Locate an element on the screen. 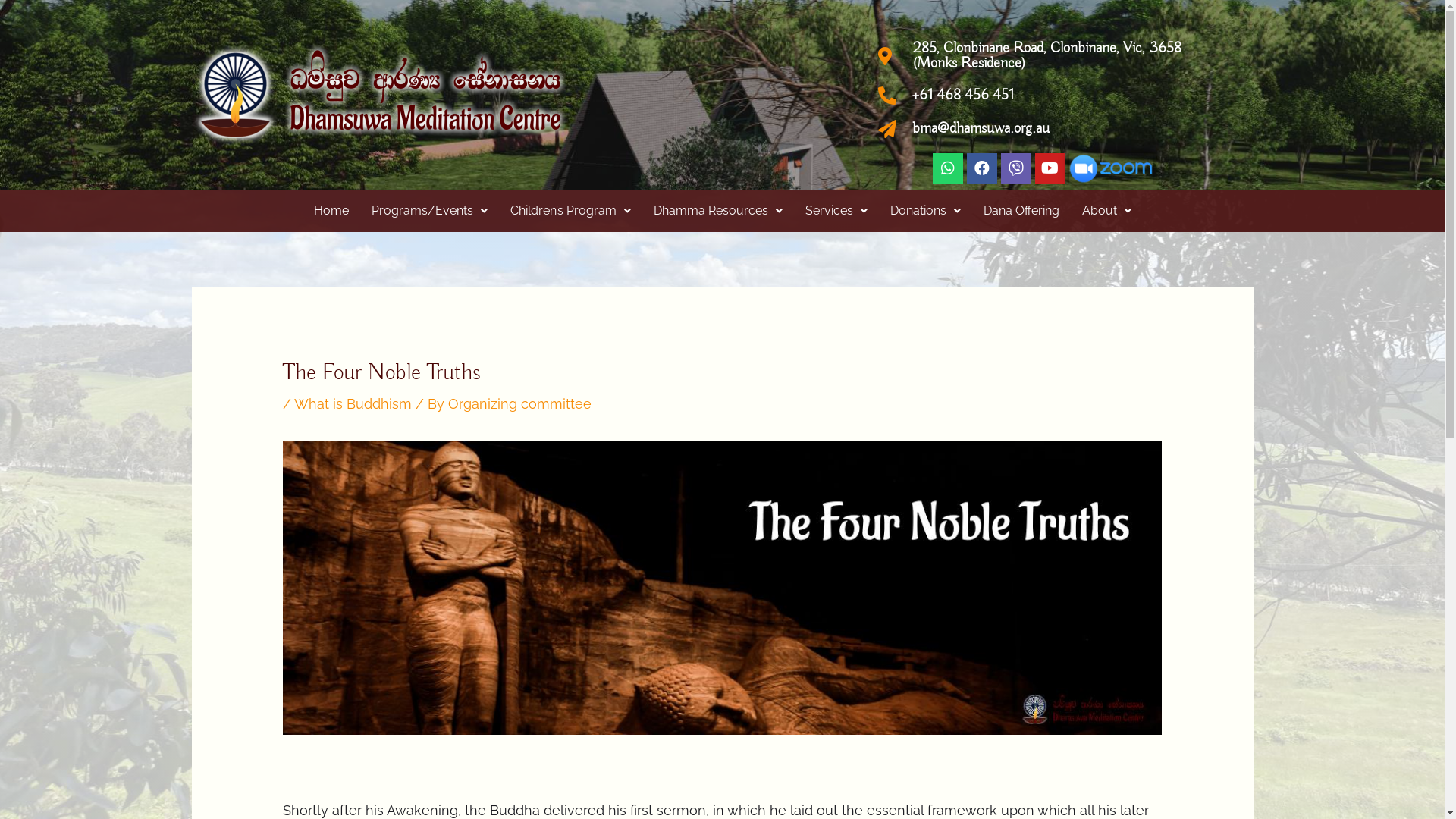 This screenshot has height=819, width=1456. 'Dhamma Resources' is located at coordinates (716, 210).